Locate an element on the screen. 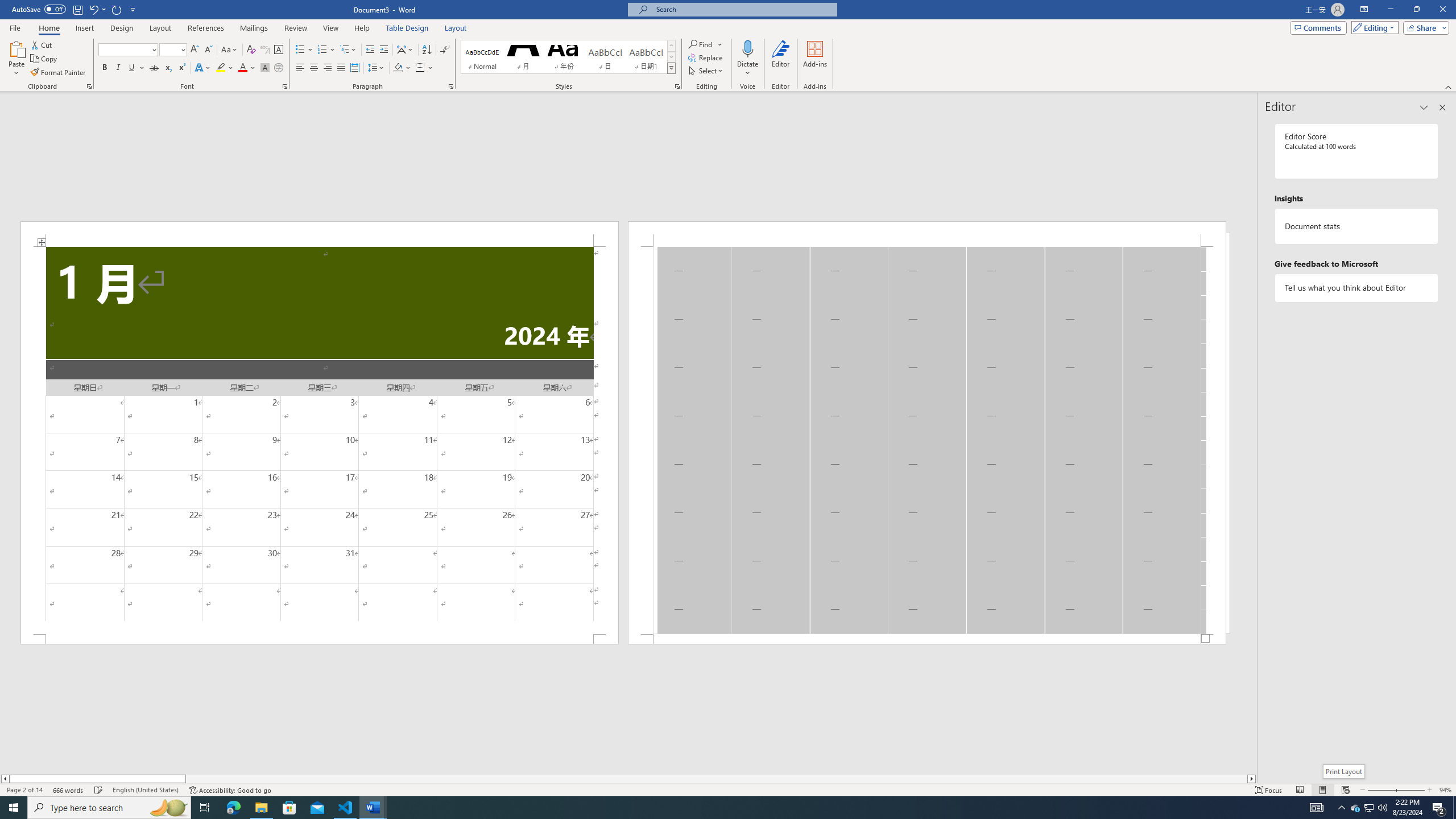  'Shrink Font' is located at coordinates (208, 49).